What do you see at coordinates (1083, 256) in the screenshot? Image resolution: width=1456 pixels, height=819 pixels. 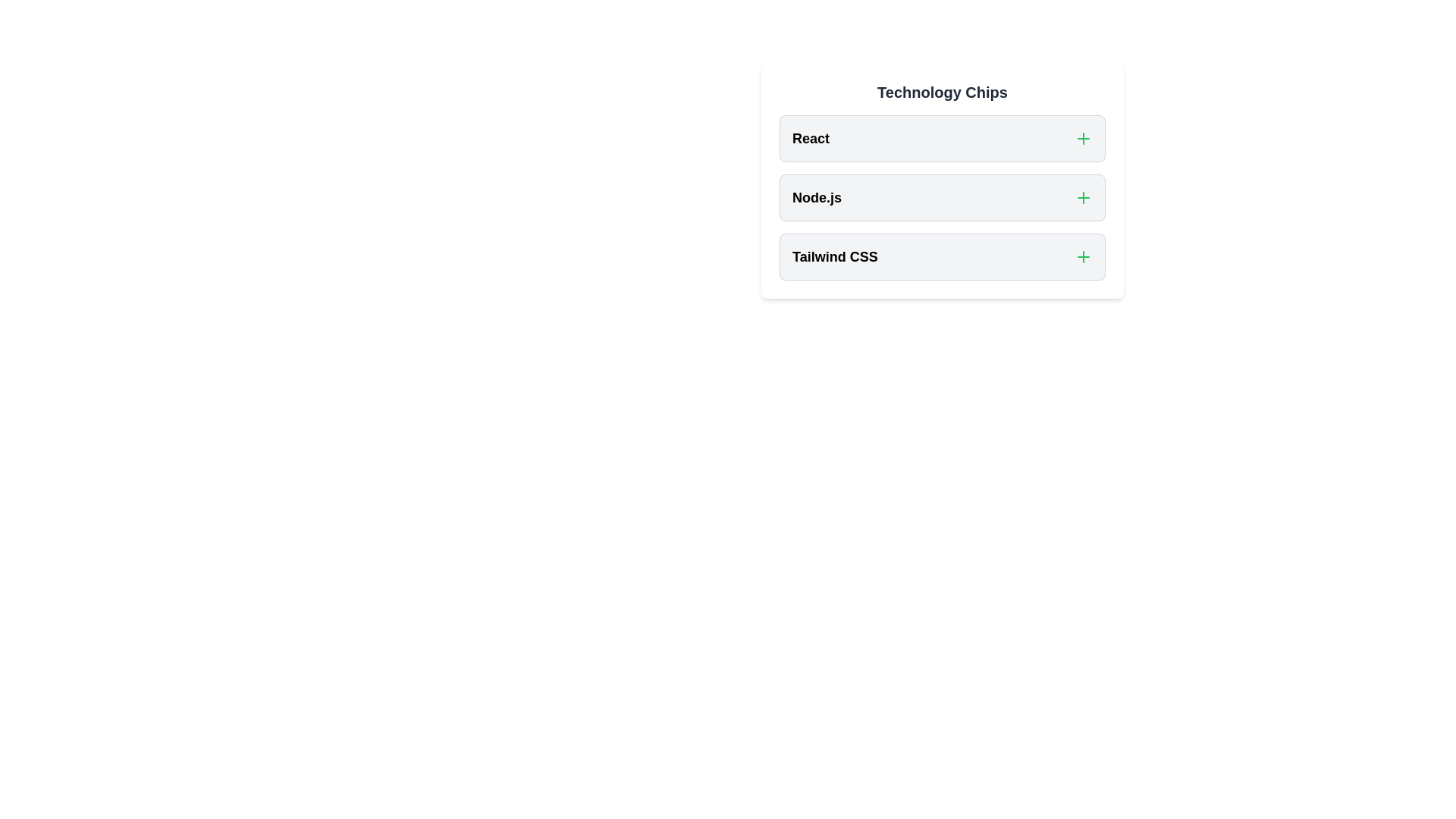 I see `the button corresponding to Tailwind CSS` at bounding box center [1083, 256].